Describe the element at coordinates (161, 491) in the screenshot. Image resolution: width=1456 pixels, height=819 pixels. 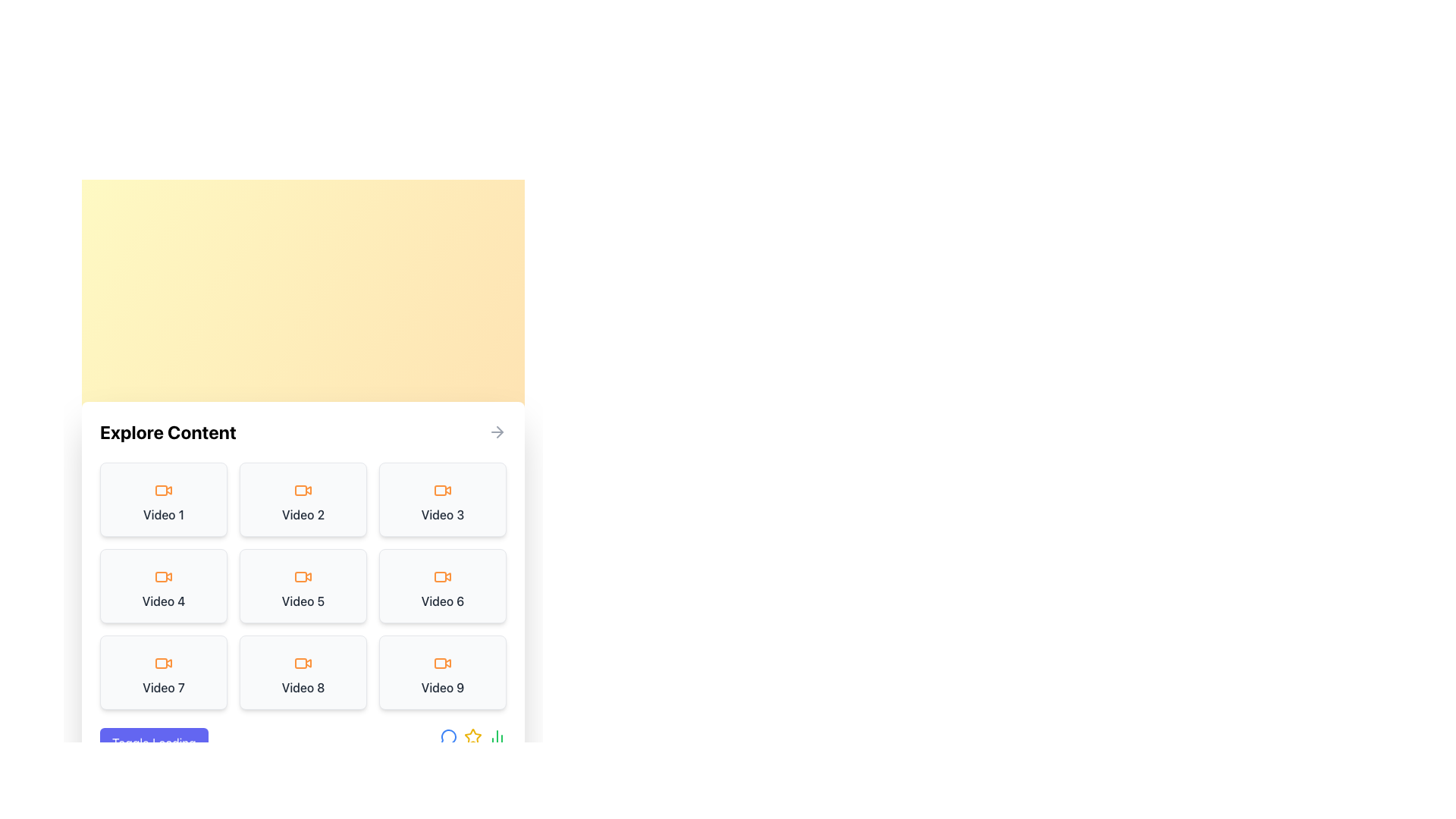
I see `the decorative SVG element with a rounded border and orange-red fill, located within the video playback icon of the first content block in the grid` at that location.